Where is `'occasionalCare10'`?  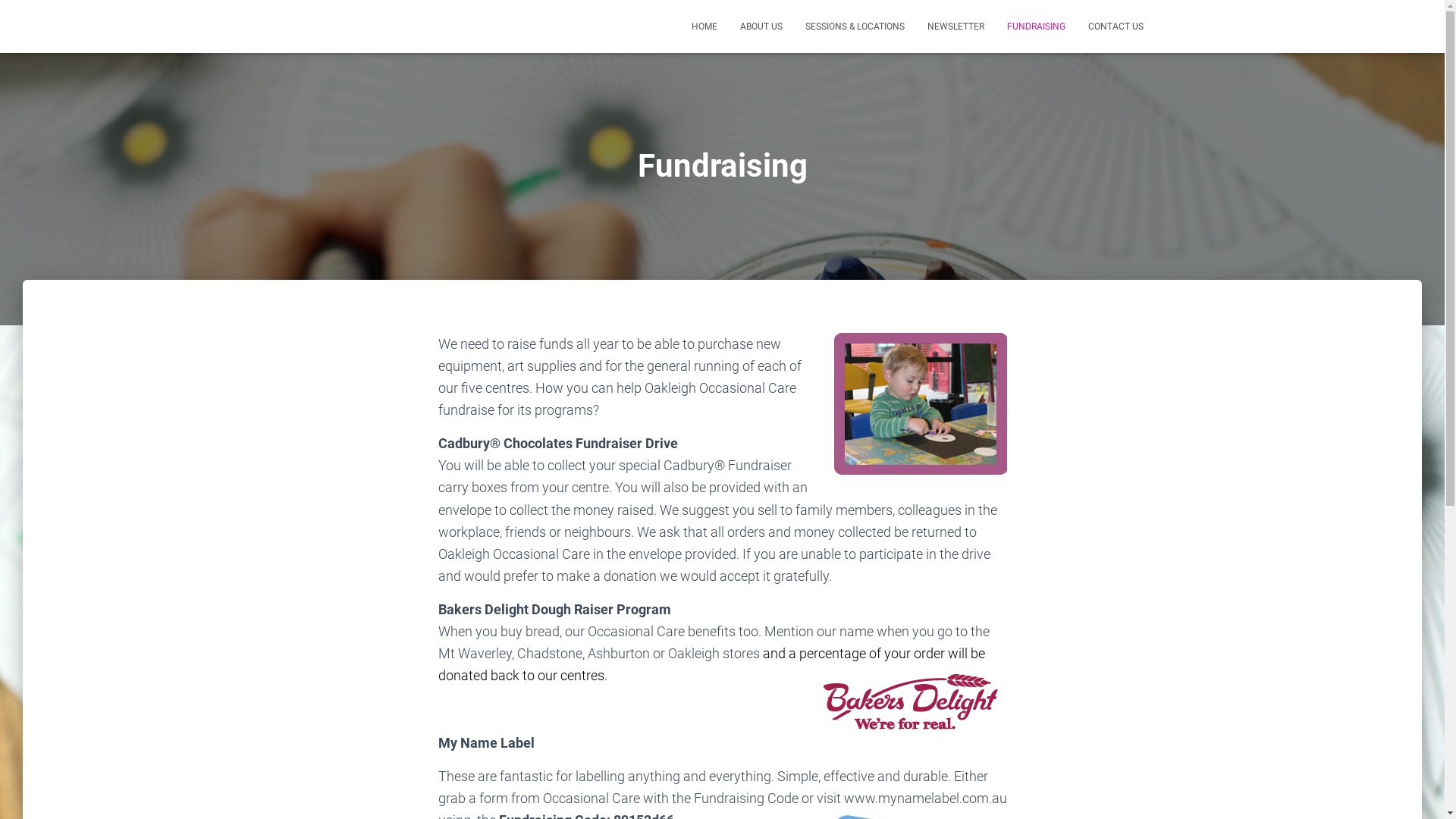
'occasionalCare10' is located at coordinates (833, 403).